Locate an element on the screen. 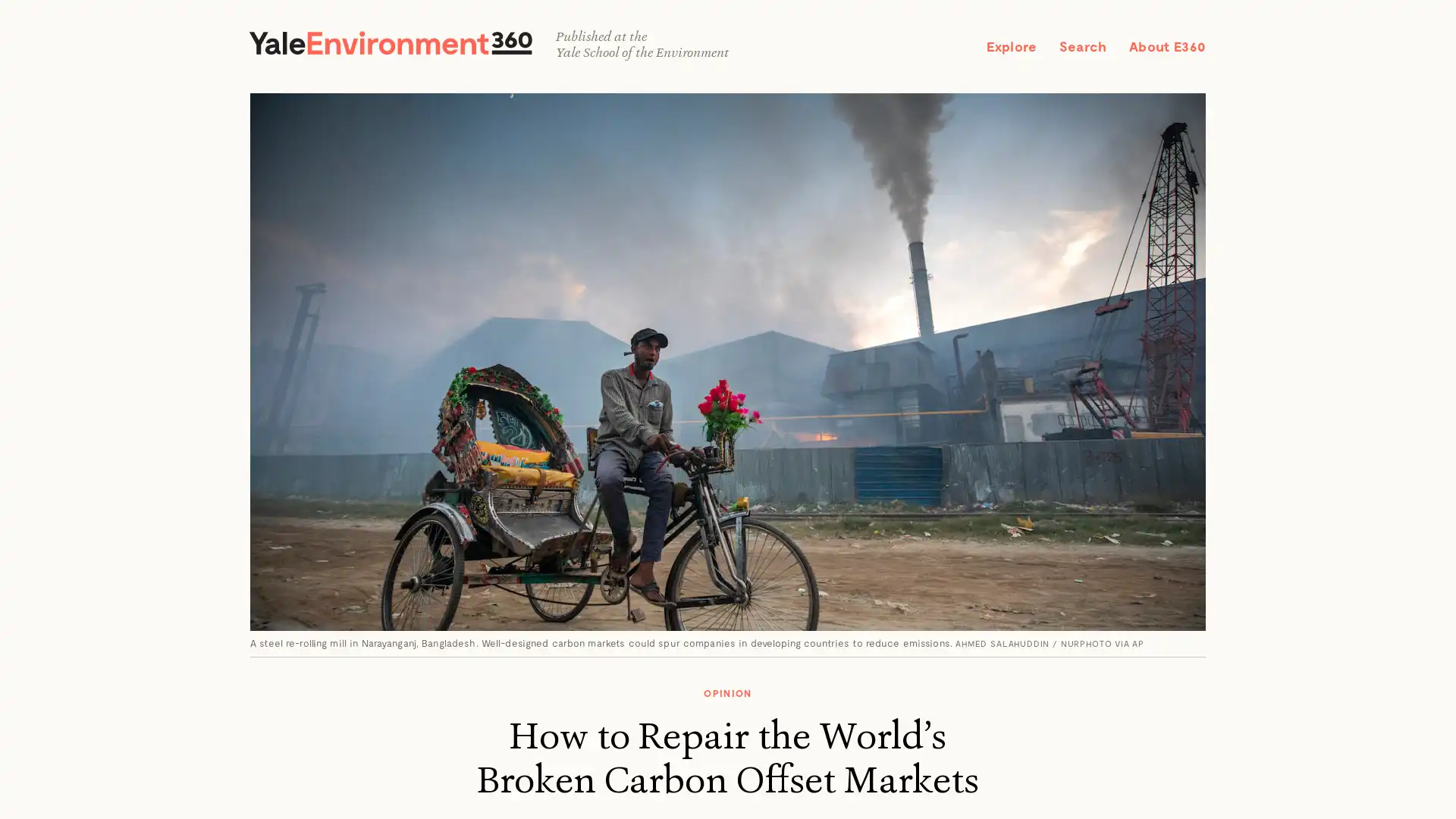 The image size is (1456, 819). YES, I WILL DONATE. is located at coordinates (726, 485).